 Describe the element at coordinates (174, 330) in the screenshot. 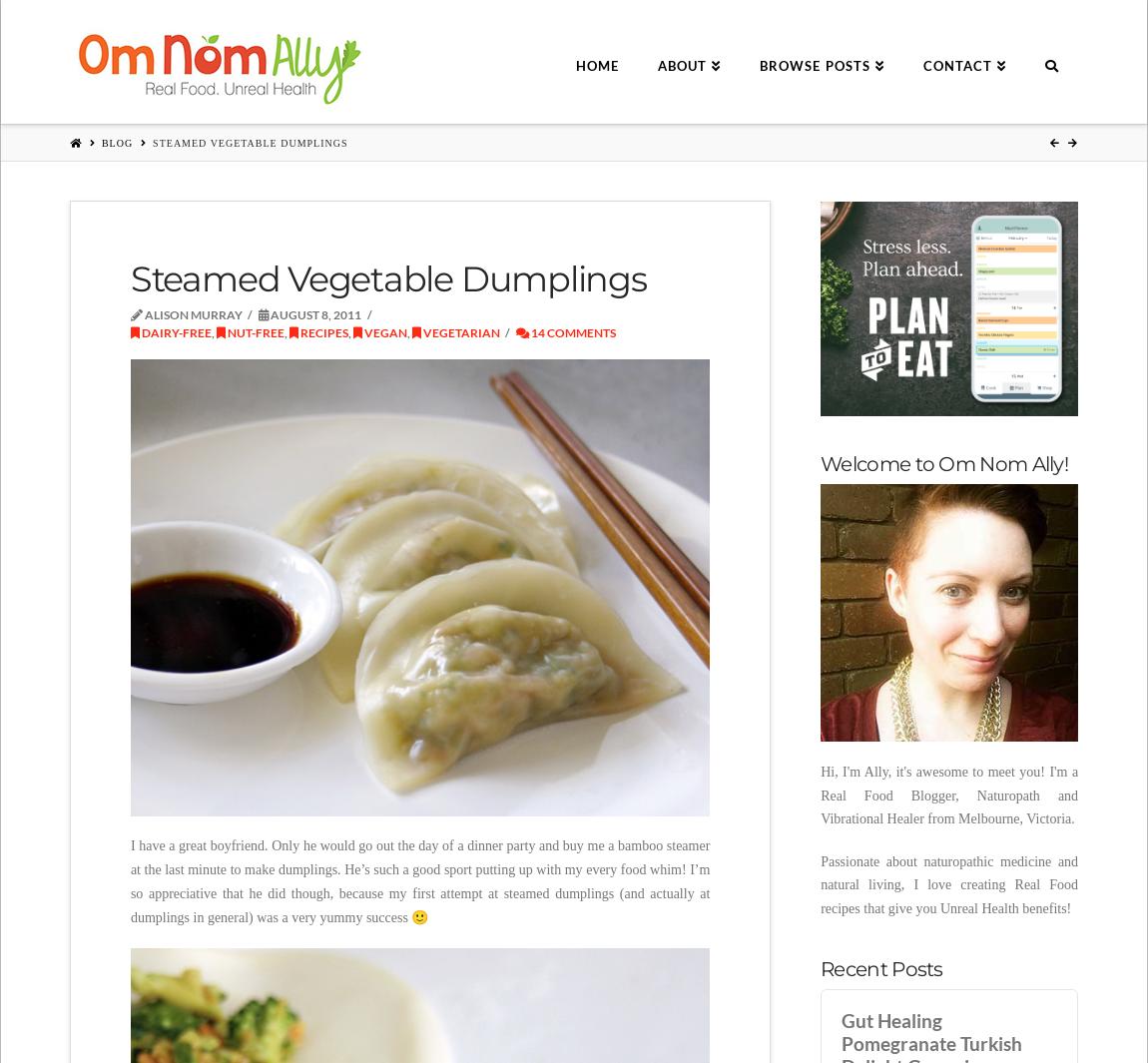

I see `'Dairy-free'` at that location.